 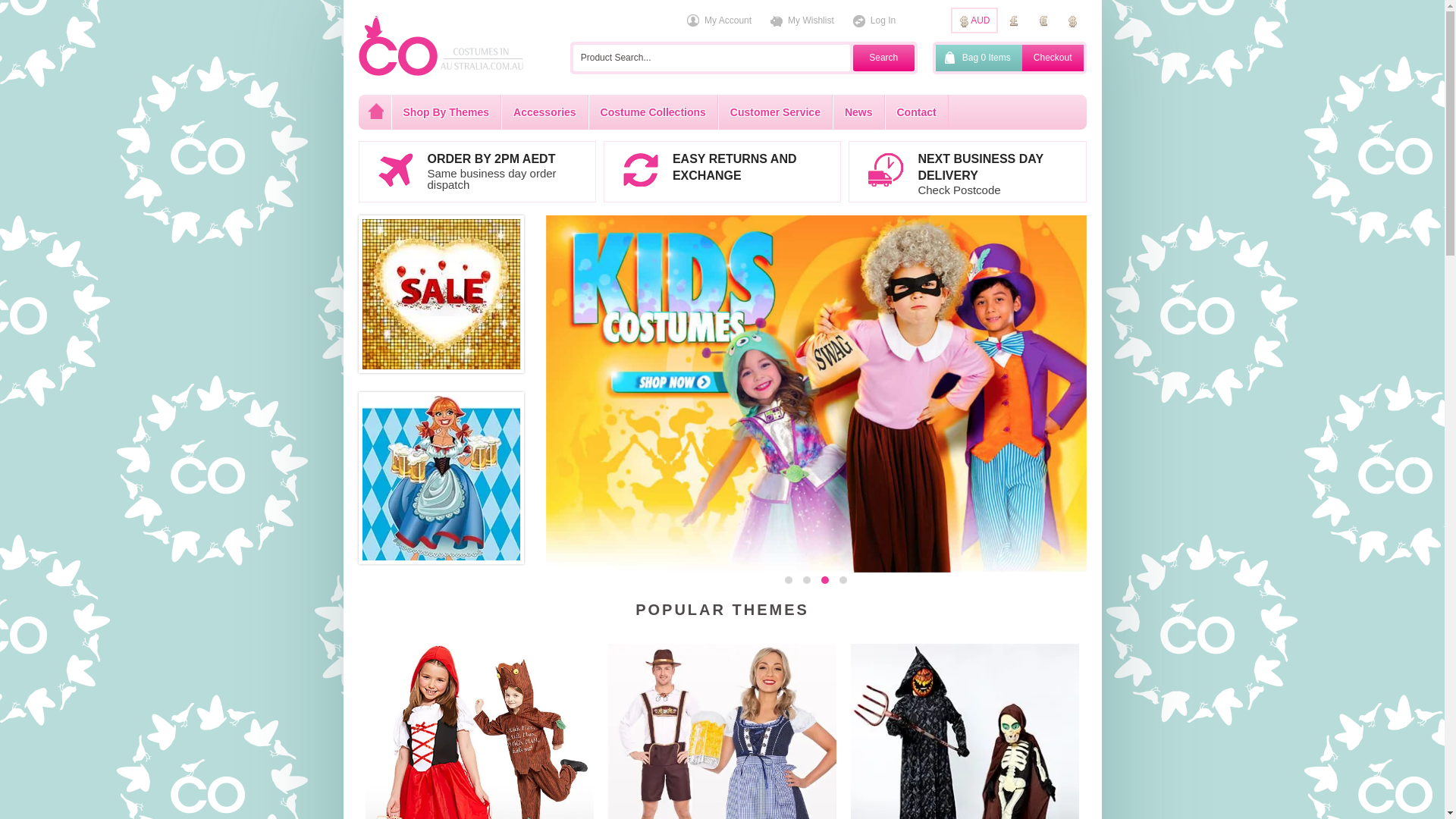 What do you see at coordinates (1043, 20) in the screenshot?
I see `'Euro - EUR'` at bounding box center [1043, 20].